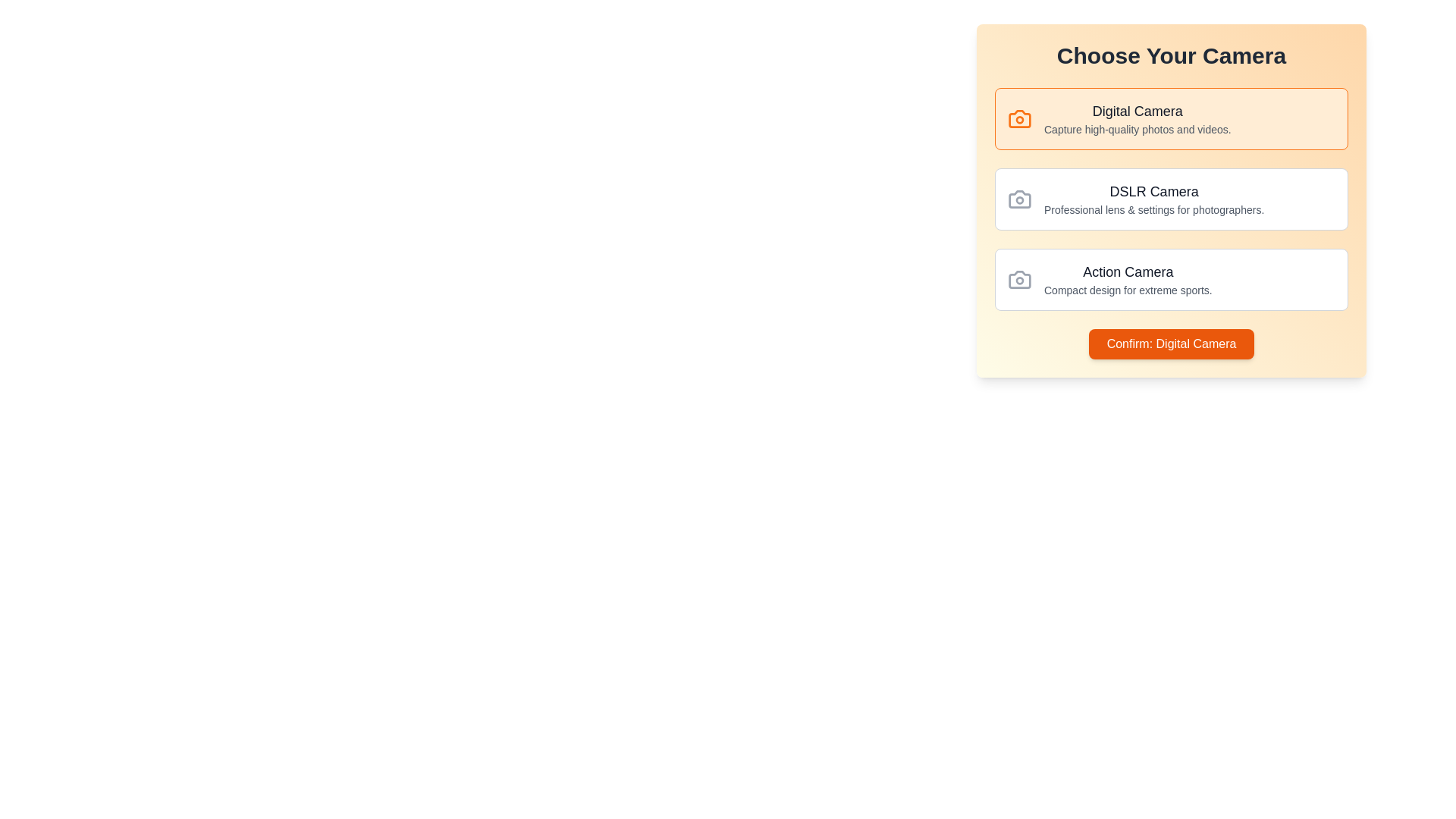 The height and width of the screenshot is (819, 1456). What do you see at coordinates (1128, 271) in the screenshot?
I see `the 'Action Camera' text label displayed prominently in a bold, larger font within the camera options section` at bounding box center [1128, 271].